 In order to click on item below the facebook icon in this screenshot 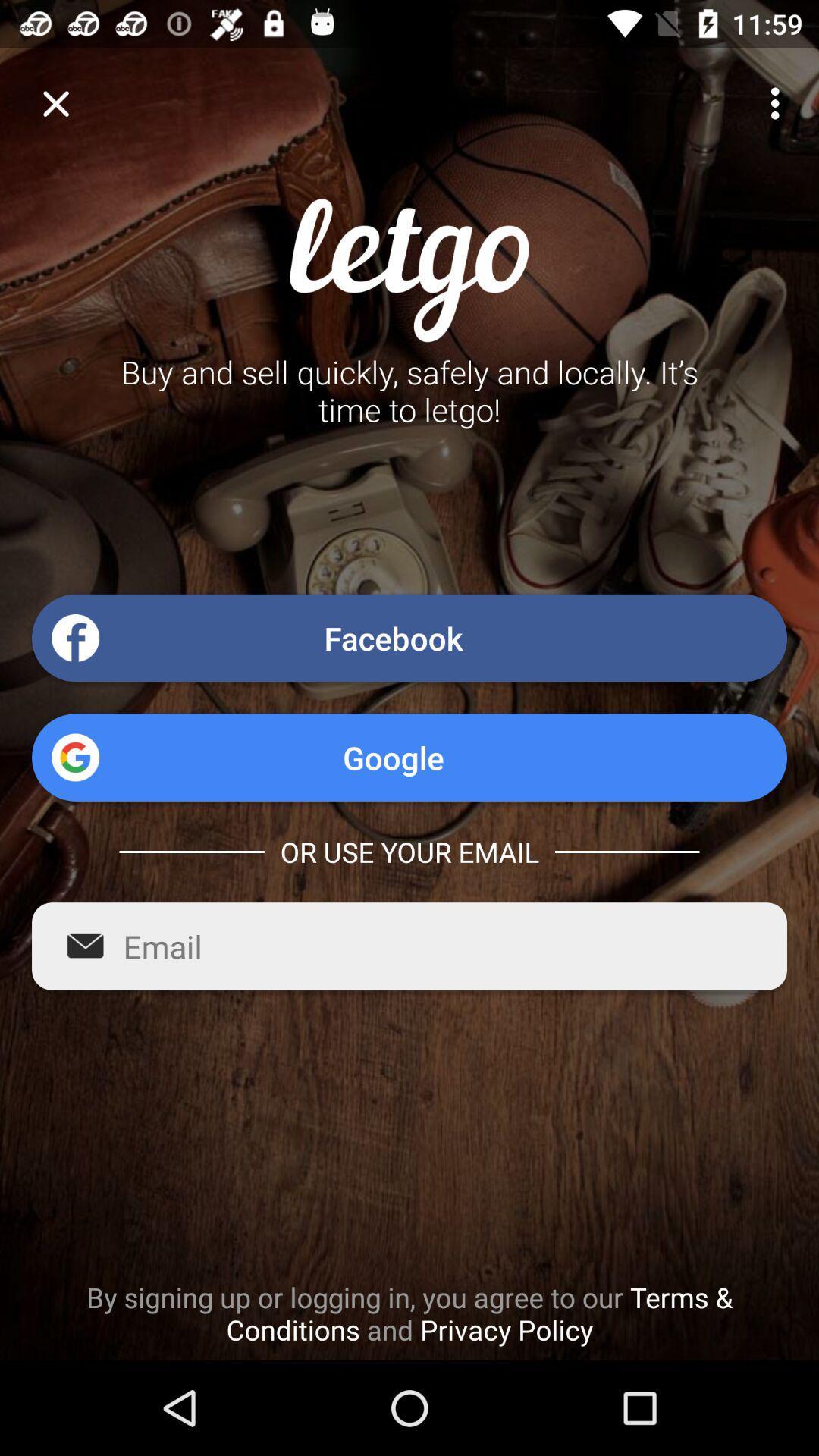, I will do `click(409, 757)`.